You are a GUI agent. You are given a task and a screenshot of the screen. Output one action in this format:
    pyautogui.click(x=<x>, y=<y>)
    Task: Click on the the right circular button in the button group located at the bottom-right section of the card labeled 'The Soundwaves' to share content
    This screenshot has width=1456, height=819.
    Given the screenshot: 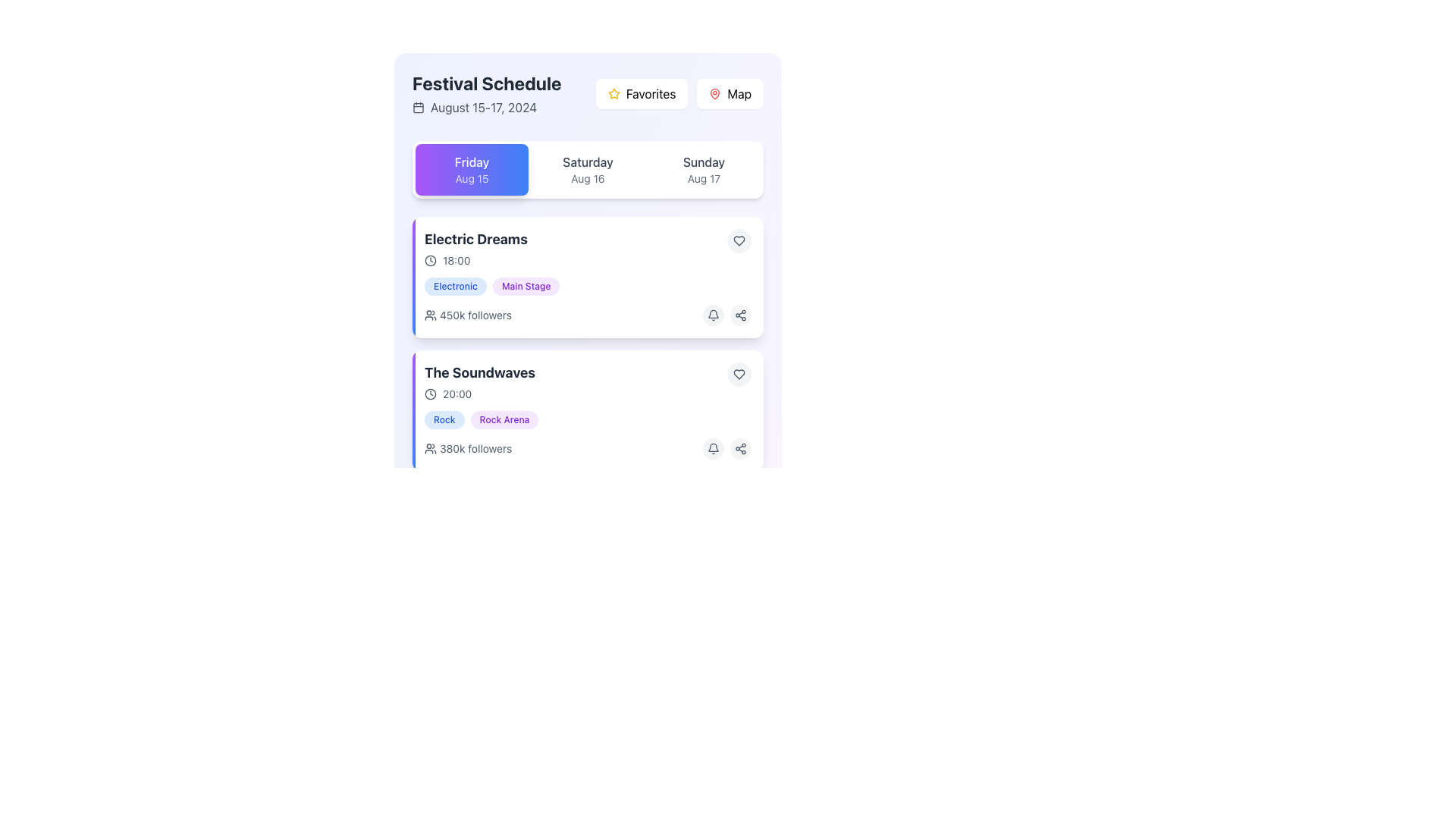 What is the action you would take?
    pyautogui.click(x=726, y=447)
    